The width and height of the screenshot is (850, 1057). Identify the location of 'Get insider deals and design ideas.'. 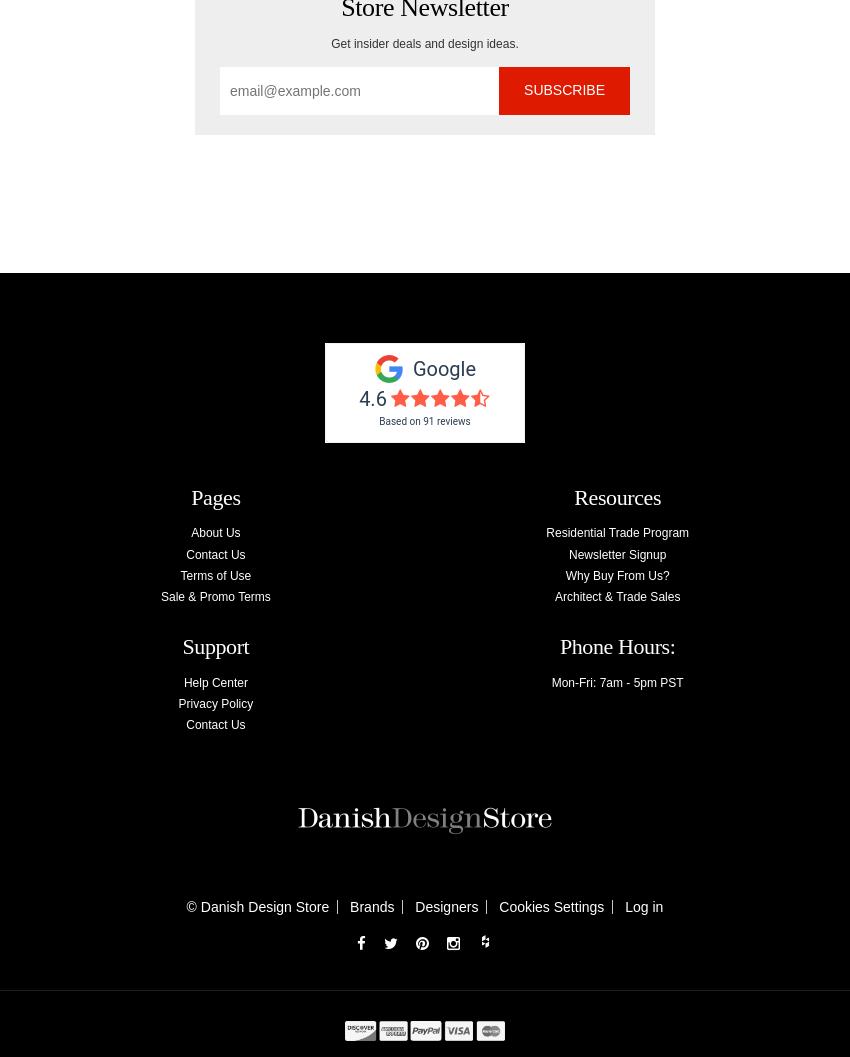
(424, 43).